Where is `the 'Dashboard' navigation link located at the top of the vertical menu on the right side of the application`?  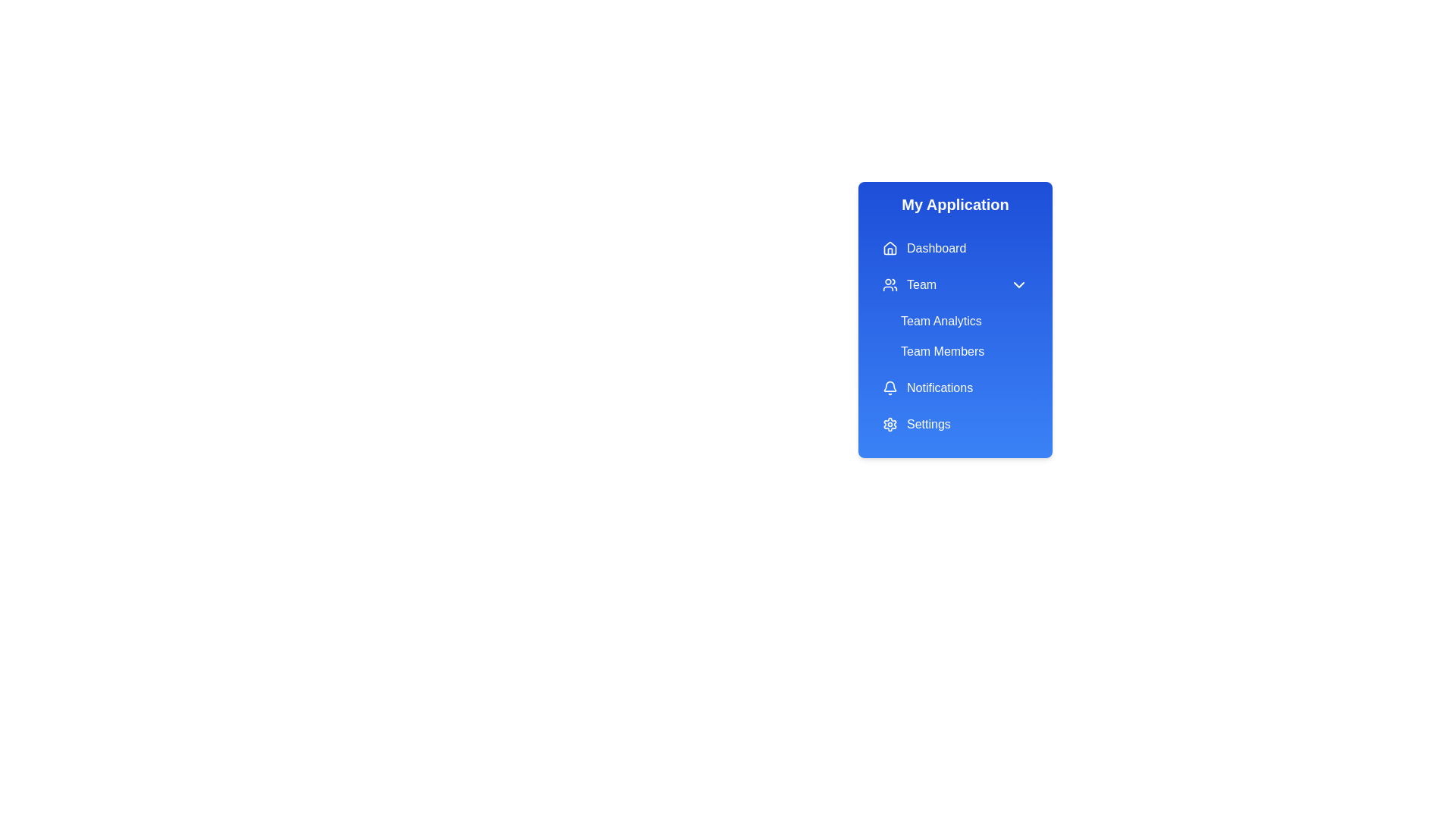
the 'Dashboard' navigation link located at the top of the vertical menu on the right side of the application is located at coordinates (924, 247).